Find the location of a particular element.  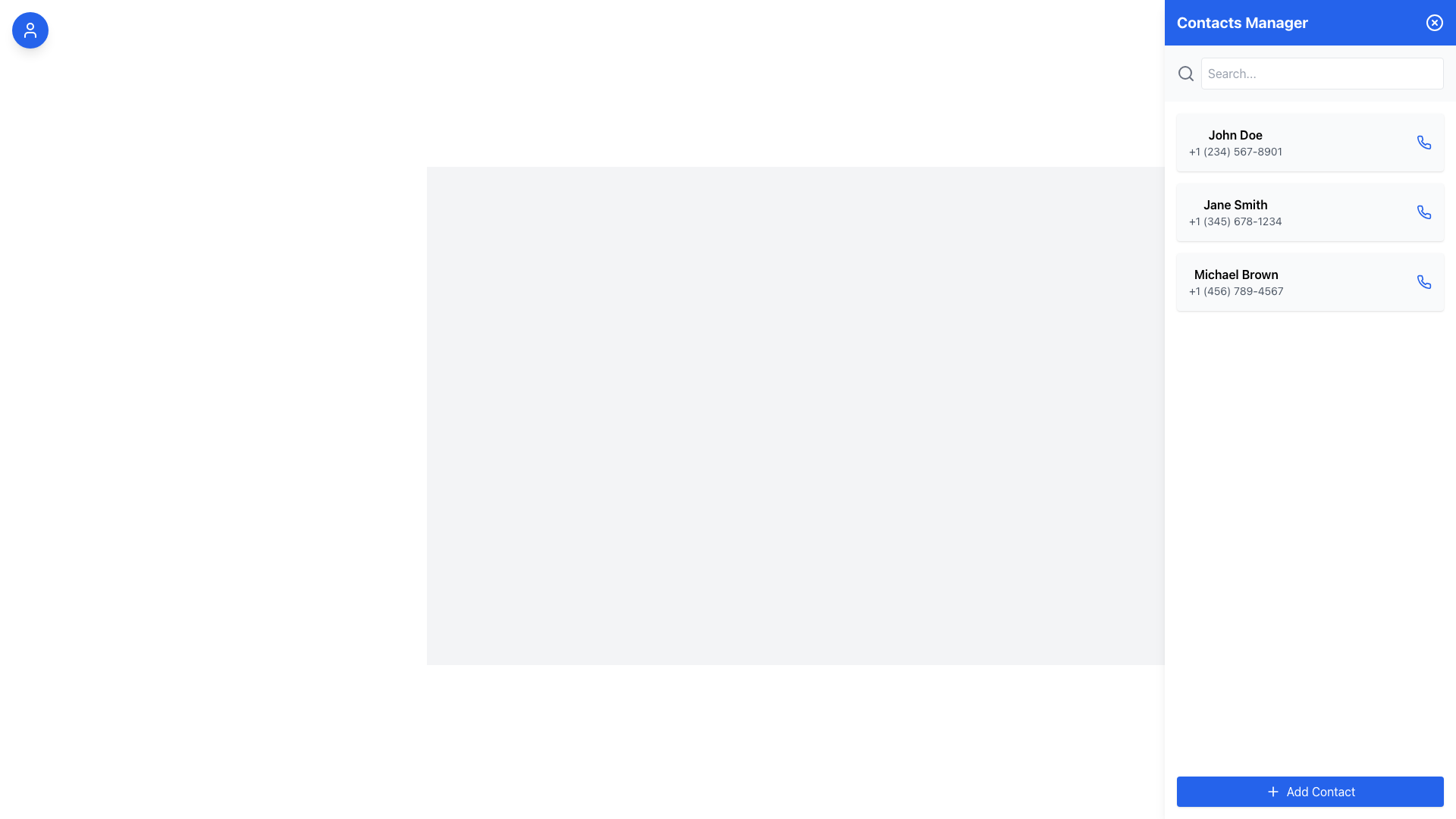

the bold label text element displaying 'Jane Smith' at the center of the contact card, which is the second entry in the list of contacts is located at coordinates (1235, 205).